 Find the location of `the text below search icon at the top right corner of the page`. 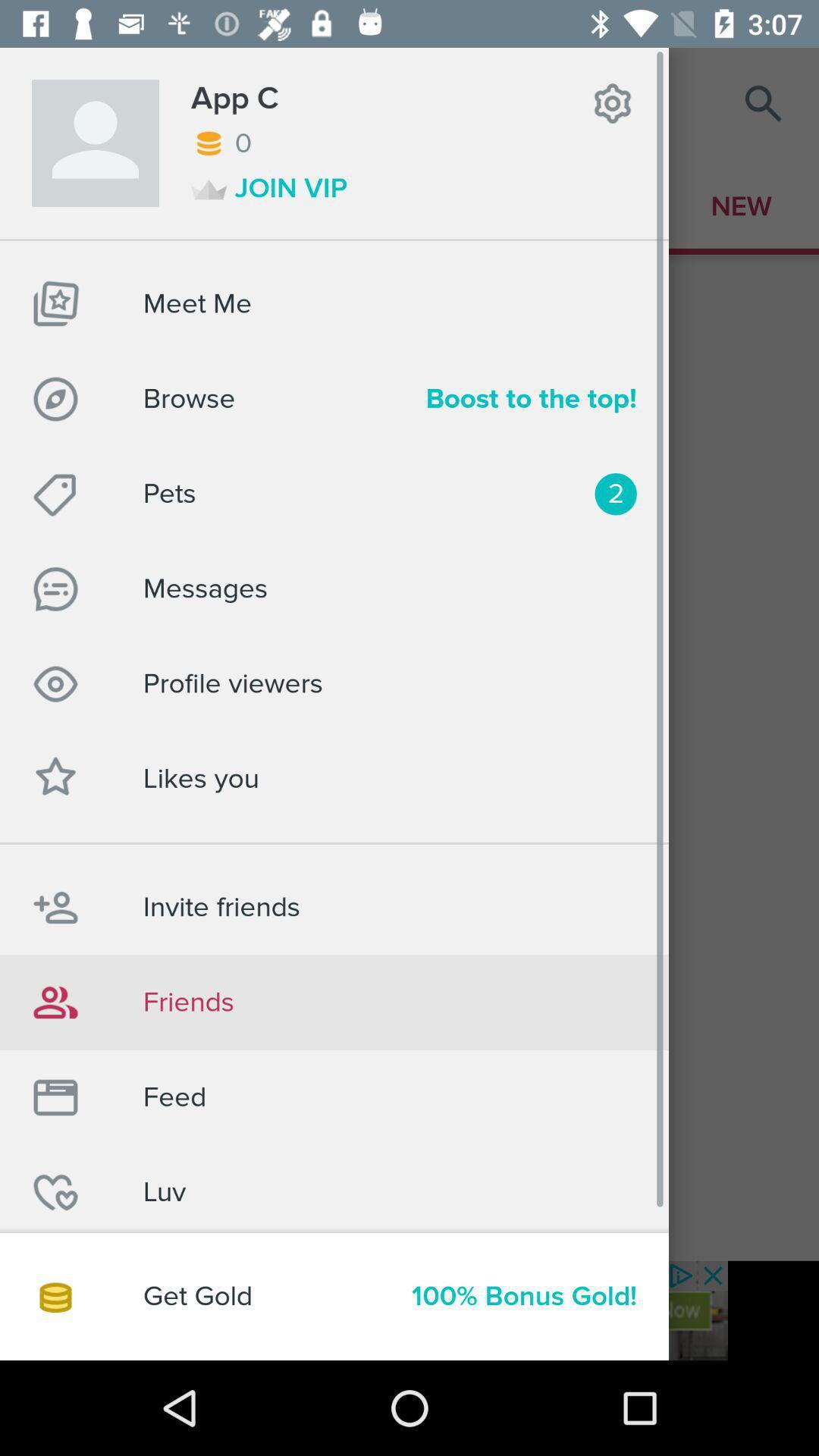

the text below search icon at the top right corner of the page is located at coordinates (741, 206).